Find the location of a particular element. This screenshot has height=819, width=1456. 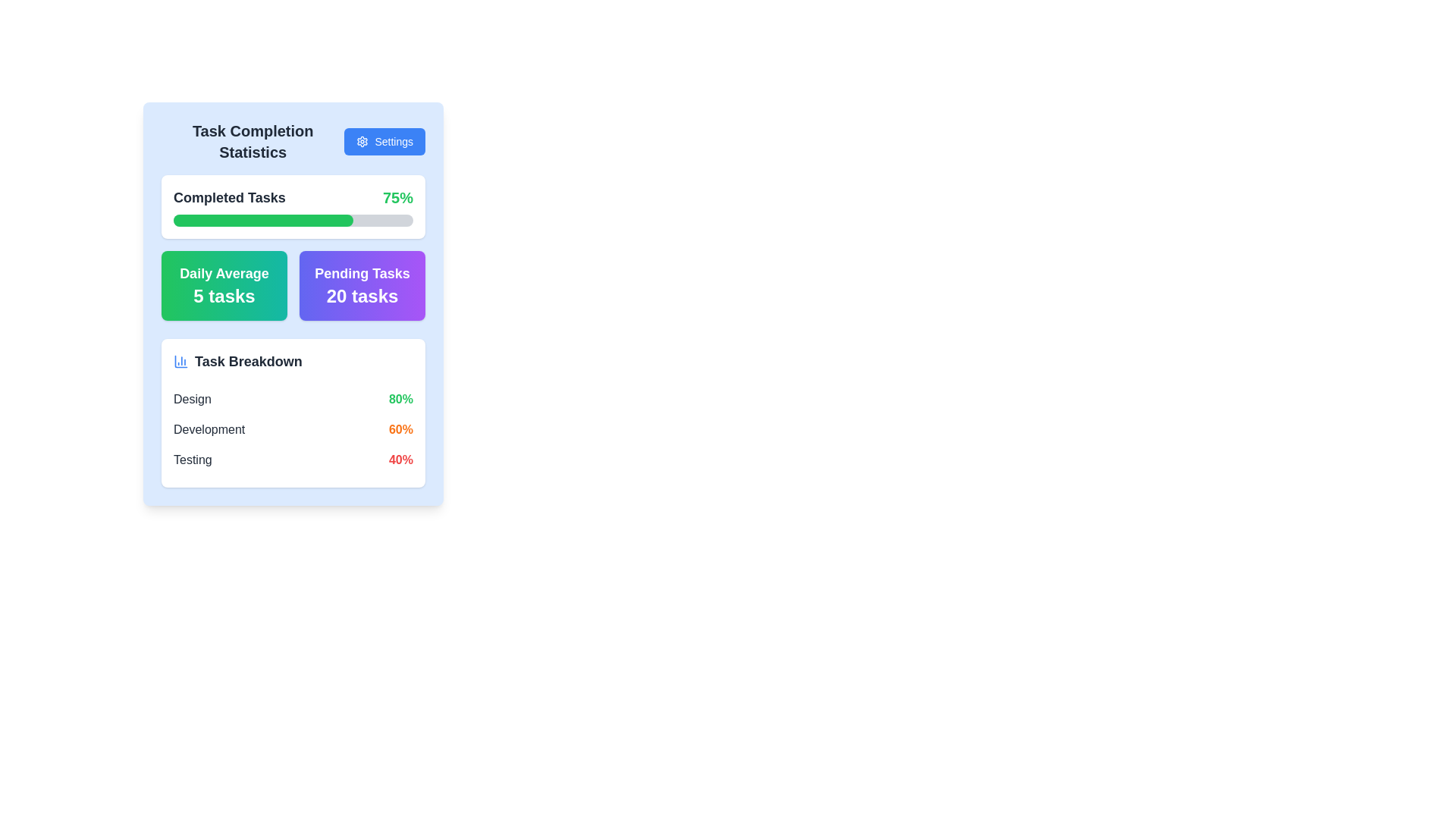

the blue 'Settings' button with a gear icon is located at coordinates (384, 141).